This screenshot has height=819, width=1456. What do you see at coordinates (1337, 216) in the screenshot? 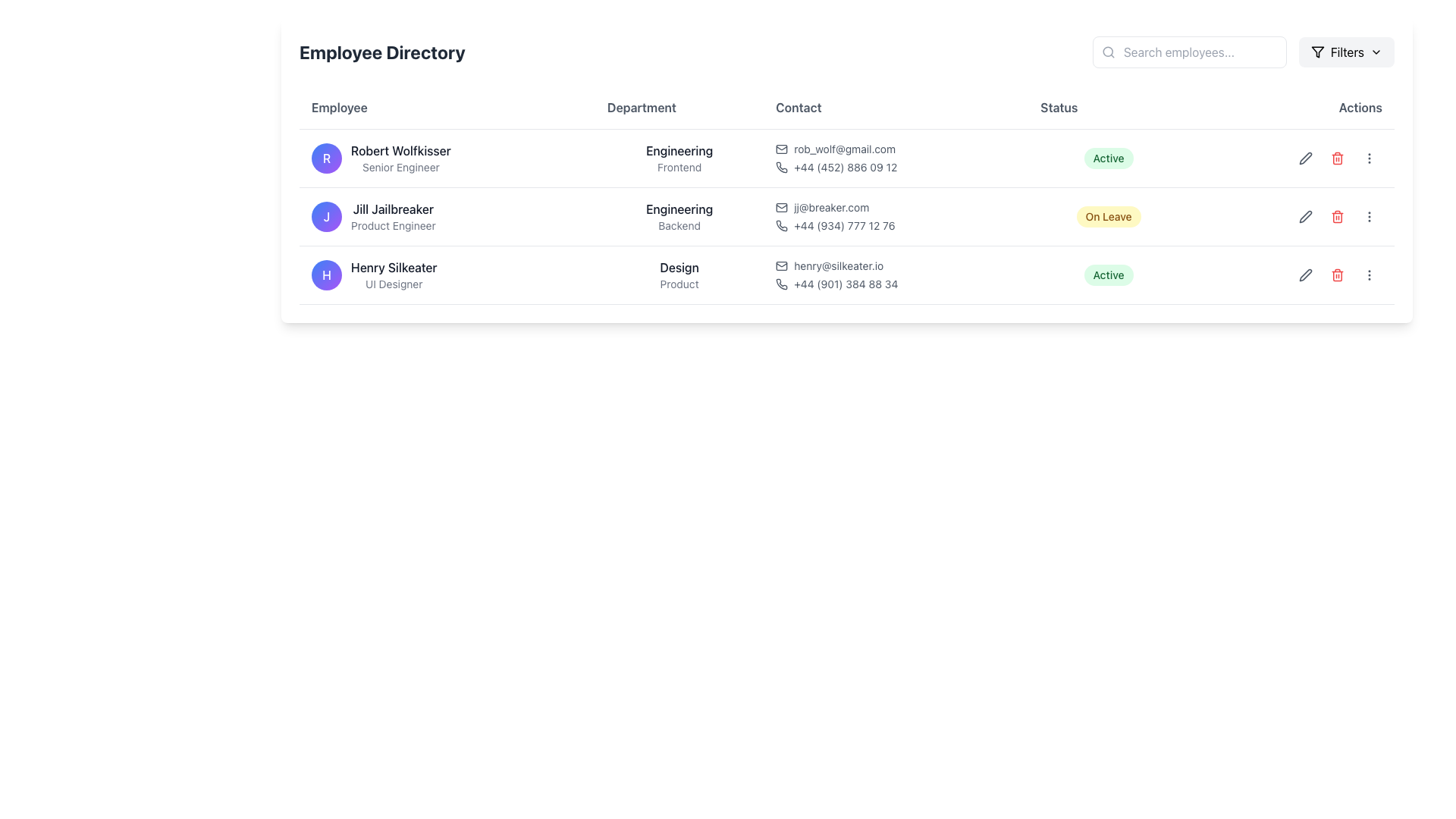
I see `the small red trash bin button located in the action column of the second row in the employee directory grid to observe the hover effect` at bounding box center [1337, 216].